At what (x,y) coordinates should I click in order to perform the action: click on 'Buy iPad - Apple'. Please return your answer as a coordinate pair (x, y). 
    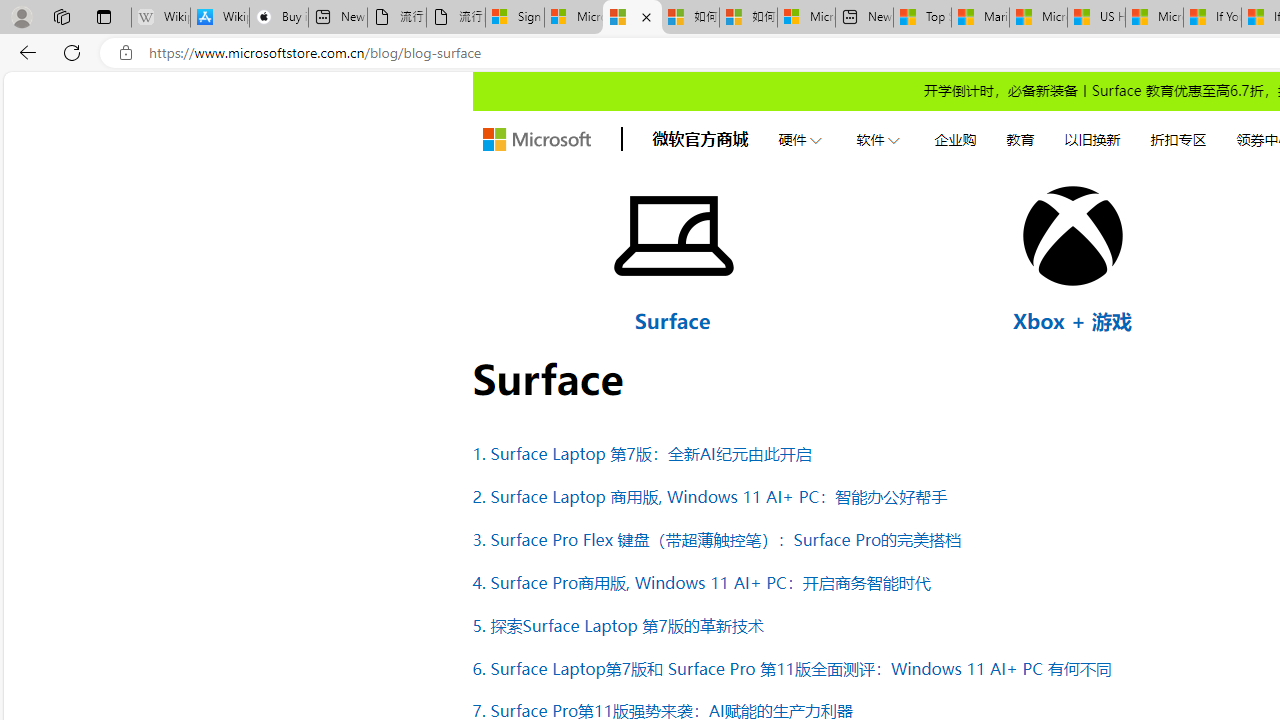
    Looking at the image, I should click on (278, 17).